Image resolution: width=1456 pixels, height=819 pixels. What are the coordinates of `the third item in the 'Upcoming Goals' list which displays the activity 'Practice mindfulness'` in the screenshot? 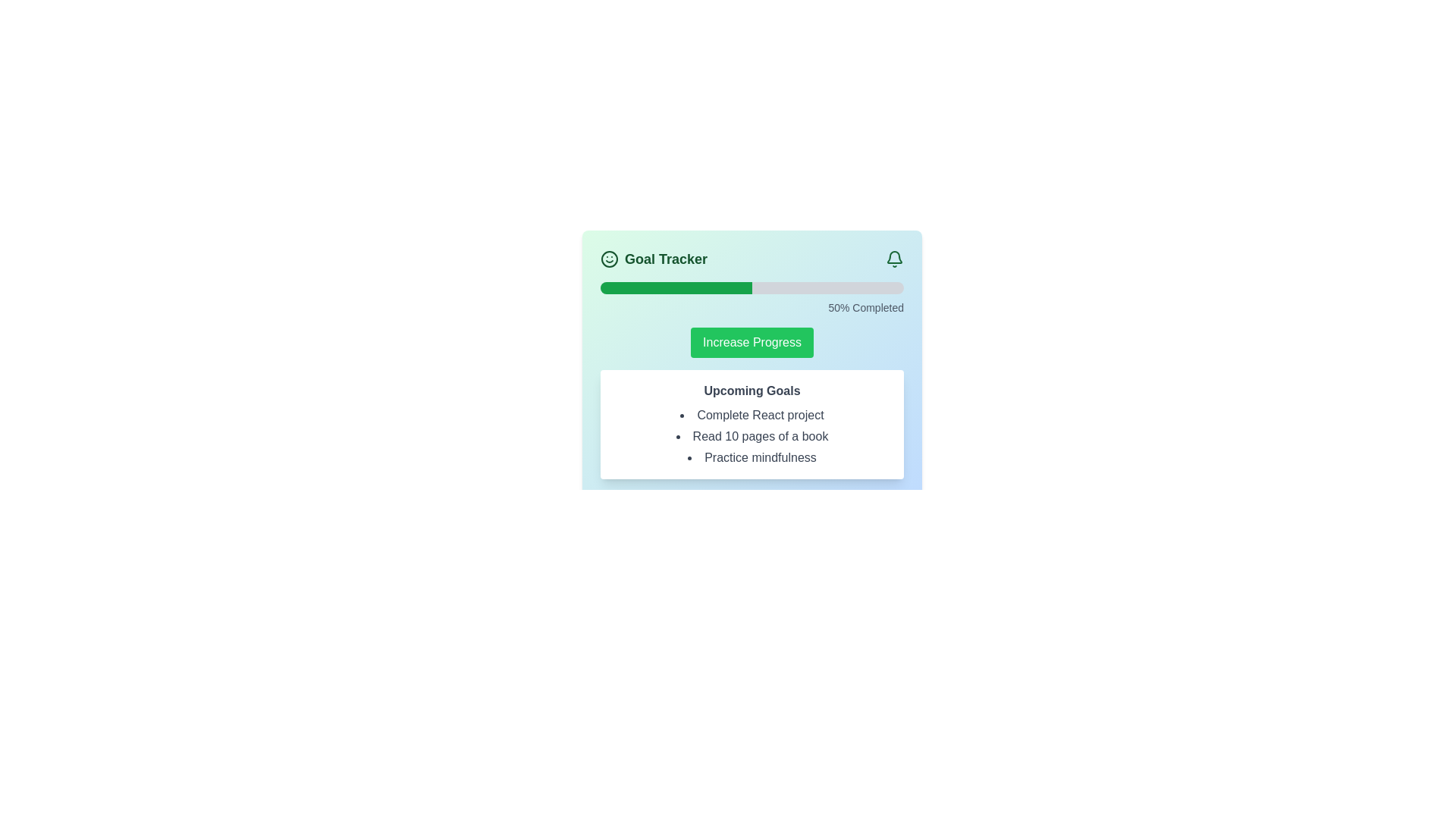 It's located at (752, 457).